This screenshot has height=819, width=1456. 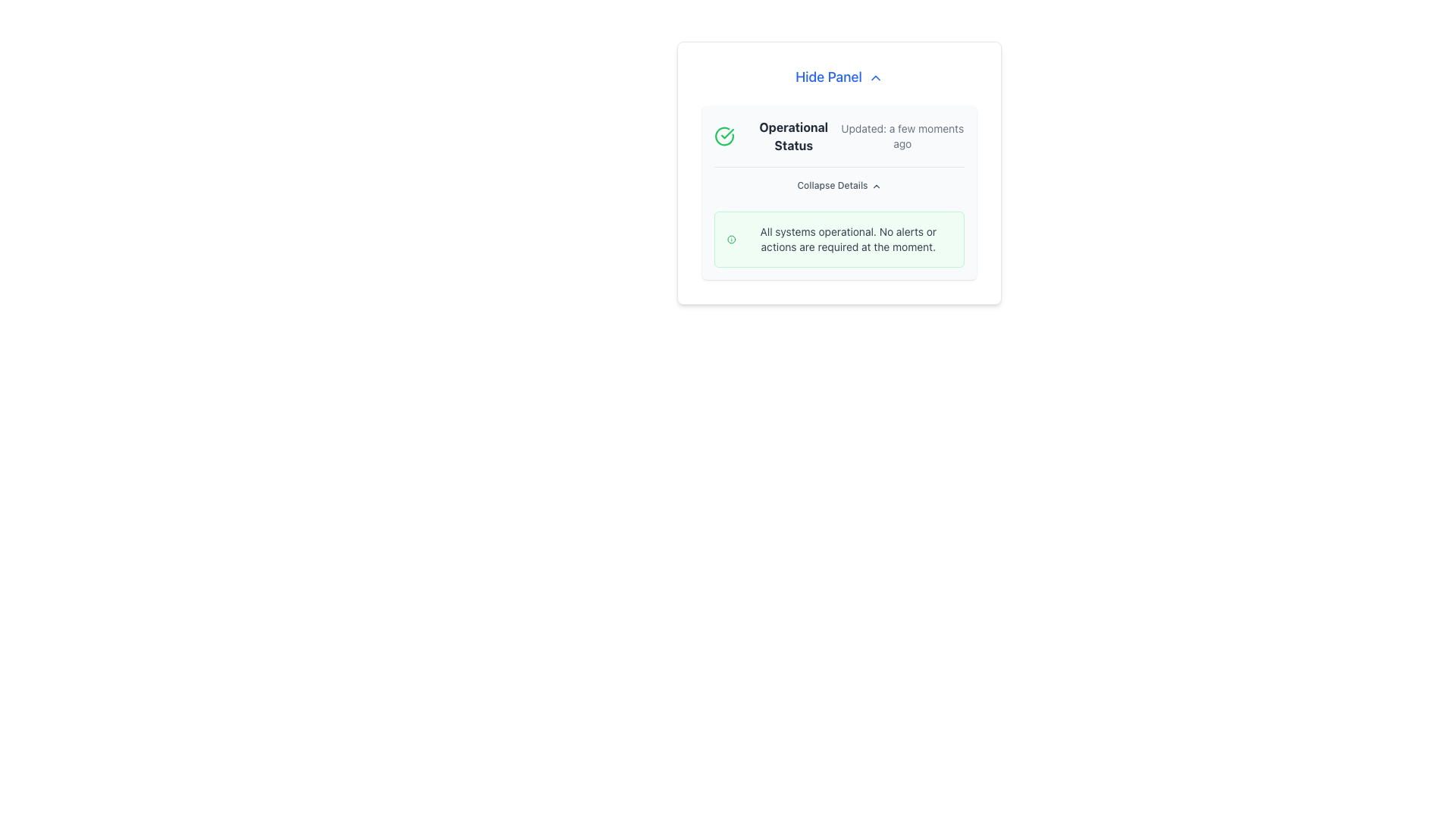 What do you see at coordinates (731, 239) in the screenshot?
I see `the small circular green-bordered information icon located in the upper-left corner of the light green notification box containing the message 'All systems operational. No alerts or actions are required at the moment.'` at bounding box center [731, 239].